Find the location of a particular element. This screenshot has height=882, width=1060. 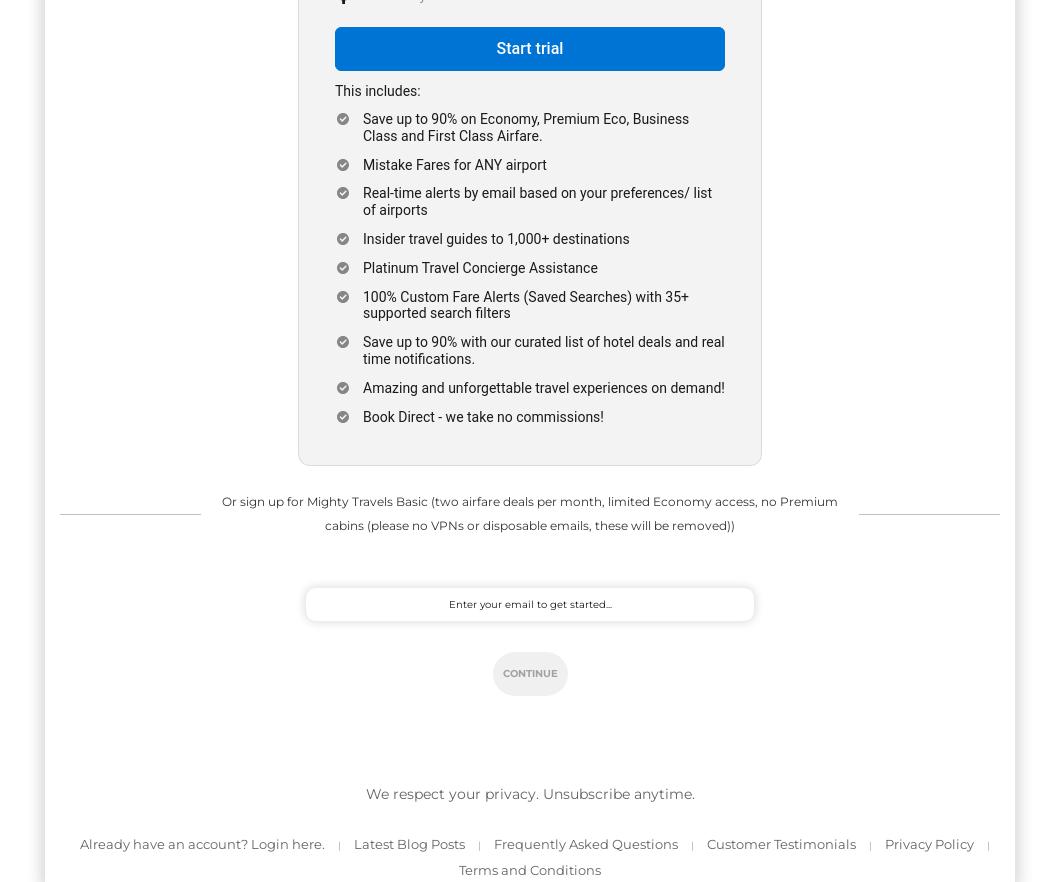

'We respect your privacy. Unsubscribe anytime.' is located at coordinates (528, 792).